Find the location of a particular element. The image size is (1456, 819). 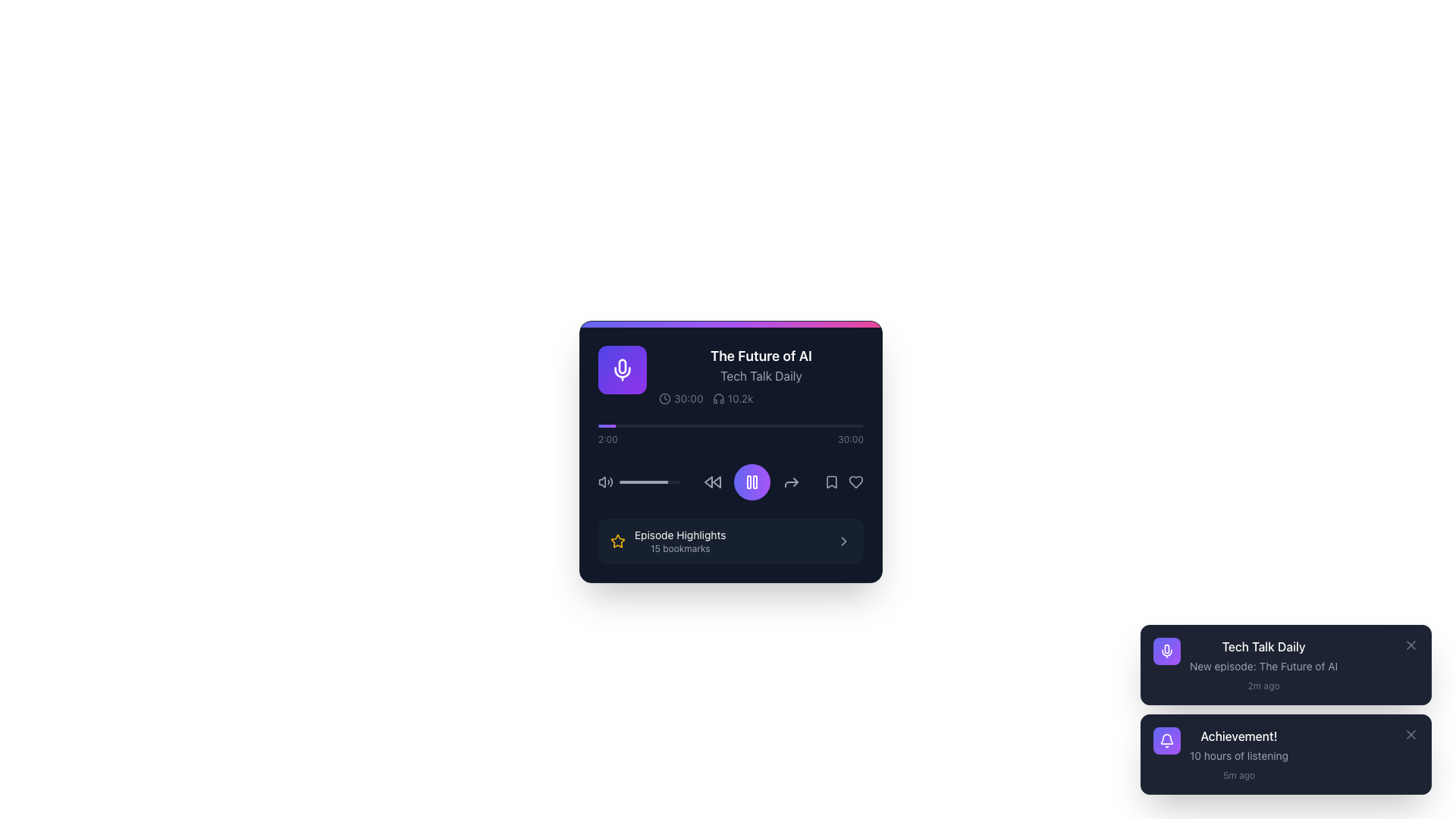

the audio-related icon positioned to the left of the numerical text '10.2k' within the main content card is located at coordinates (717, 397).